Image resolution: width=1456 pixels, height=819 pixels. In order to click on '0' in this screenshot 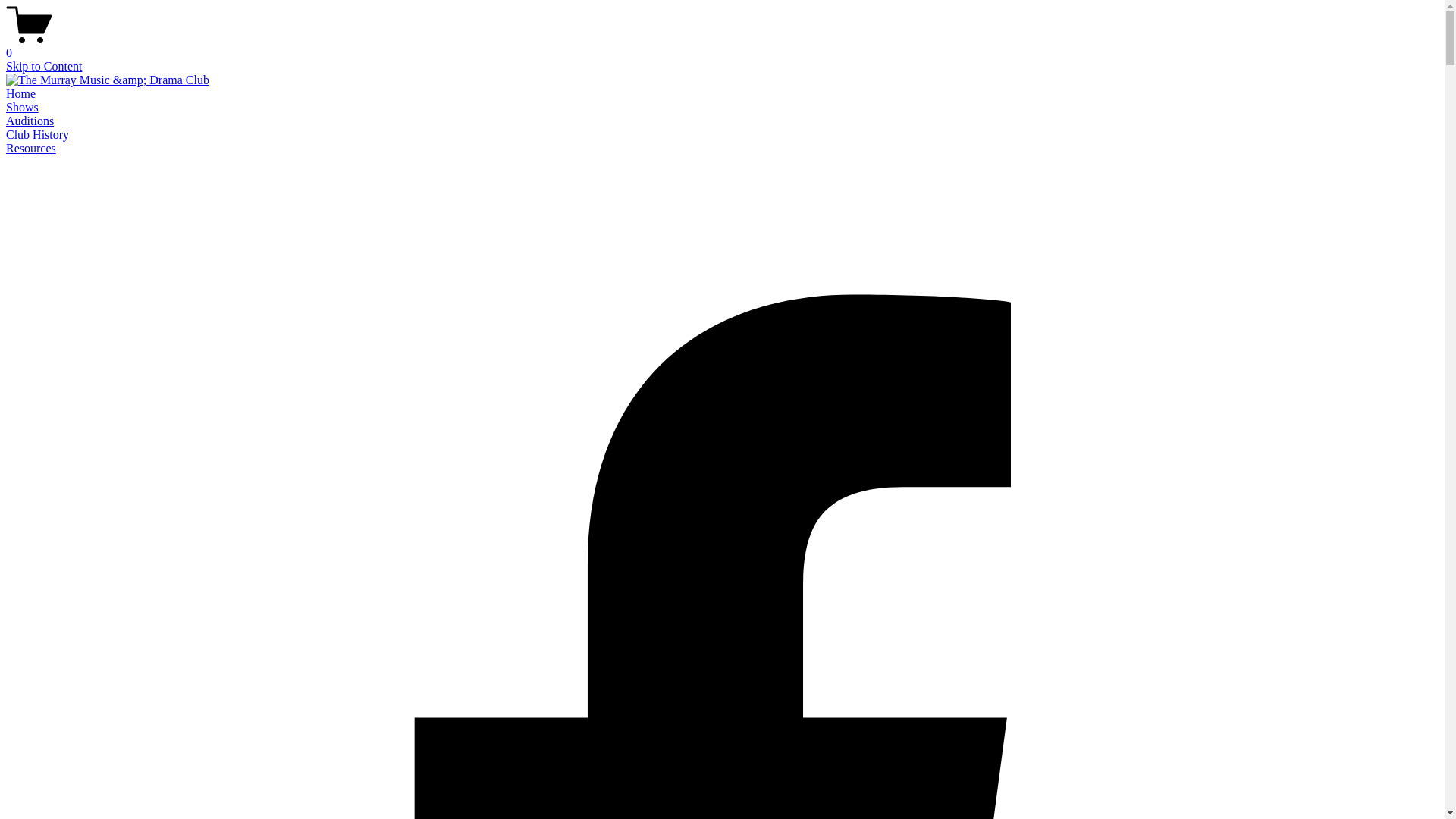, I will do `click(6, 45)`.